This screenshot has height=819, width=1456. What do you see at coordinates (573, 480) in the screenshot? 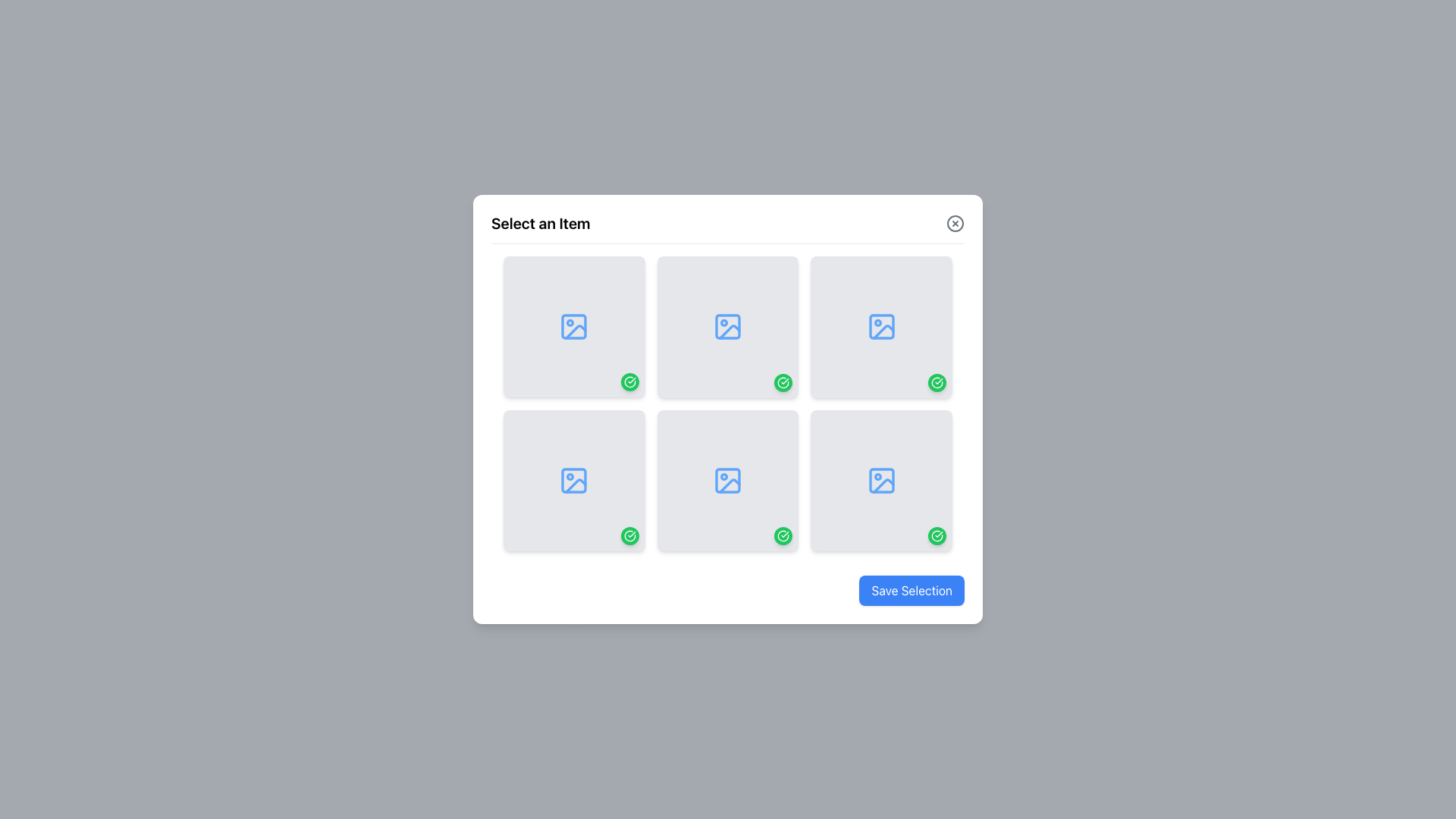
I see `the photo icon located in the bottom-left cell of a 2x3 grid layout` at bounding box center [573, 480].